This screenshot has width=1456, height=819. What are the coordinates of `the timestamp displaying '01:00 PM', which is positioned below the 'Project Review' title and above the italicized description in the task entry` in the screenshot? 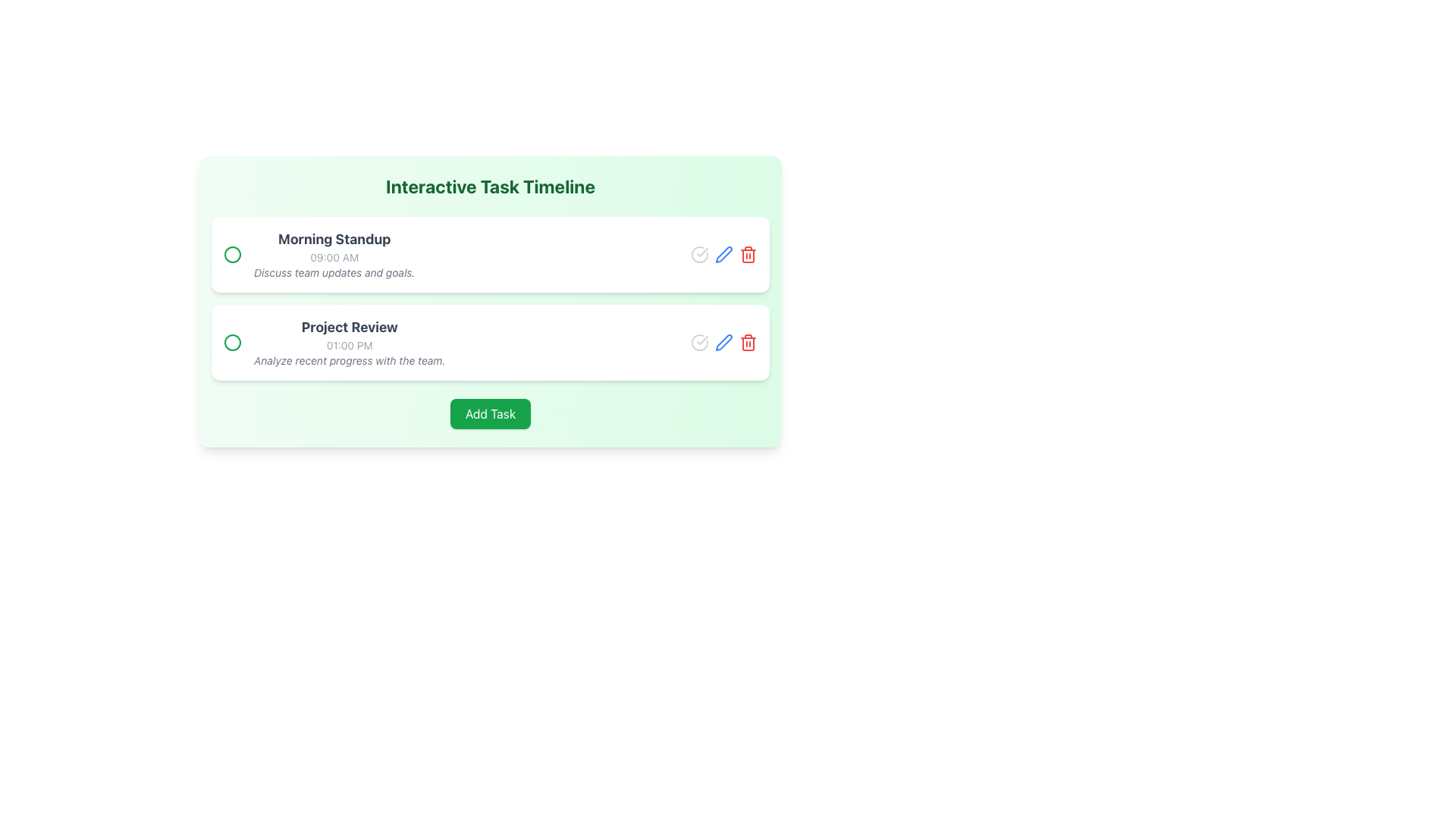 It's located at (349, 345).